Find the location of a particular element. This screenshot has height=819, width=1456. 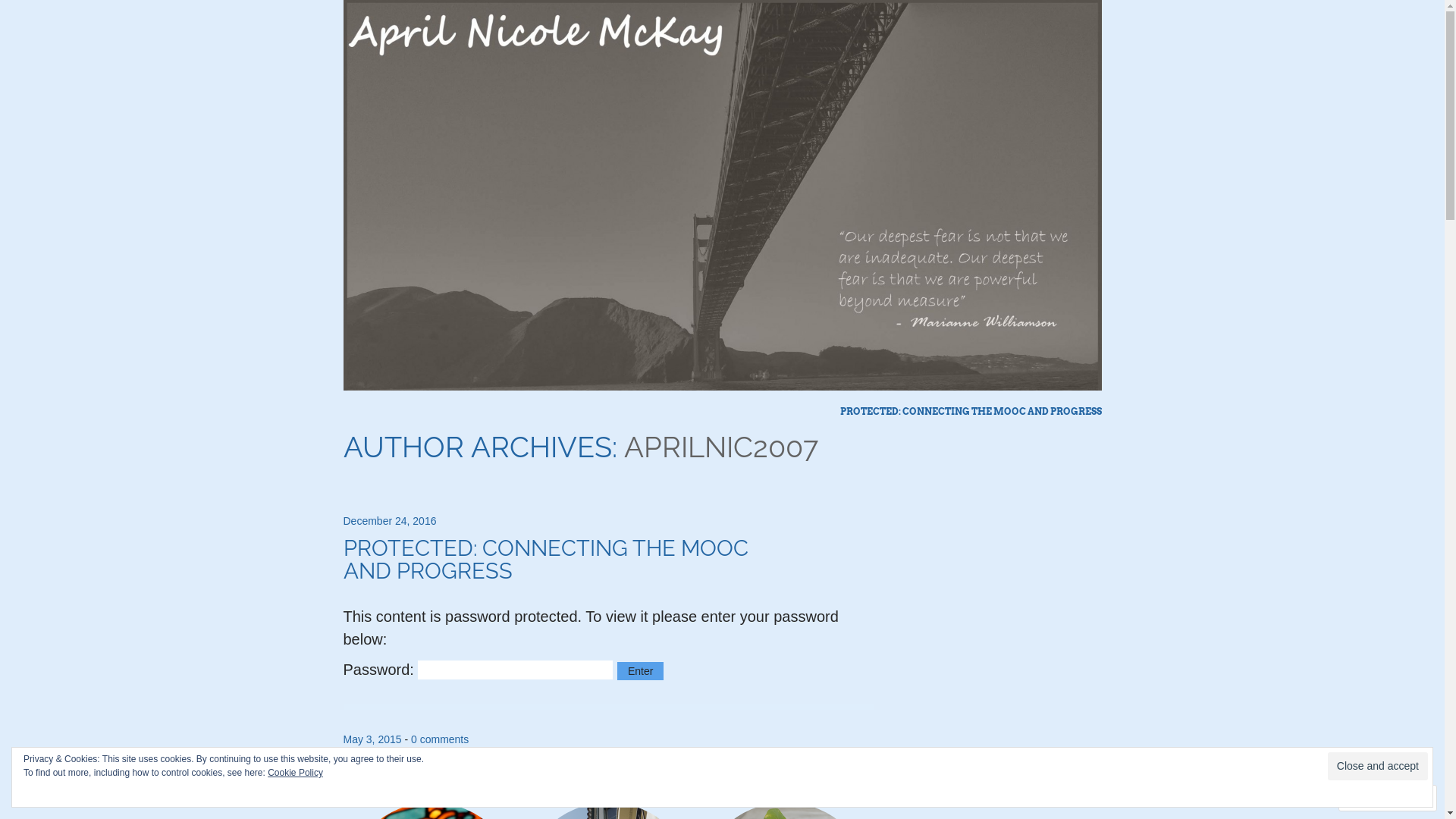

'May 3, 2015' is located at coordinates (372, 739).